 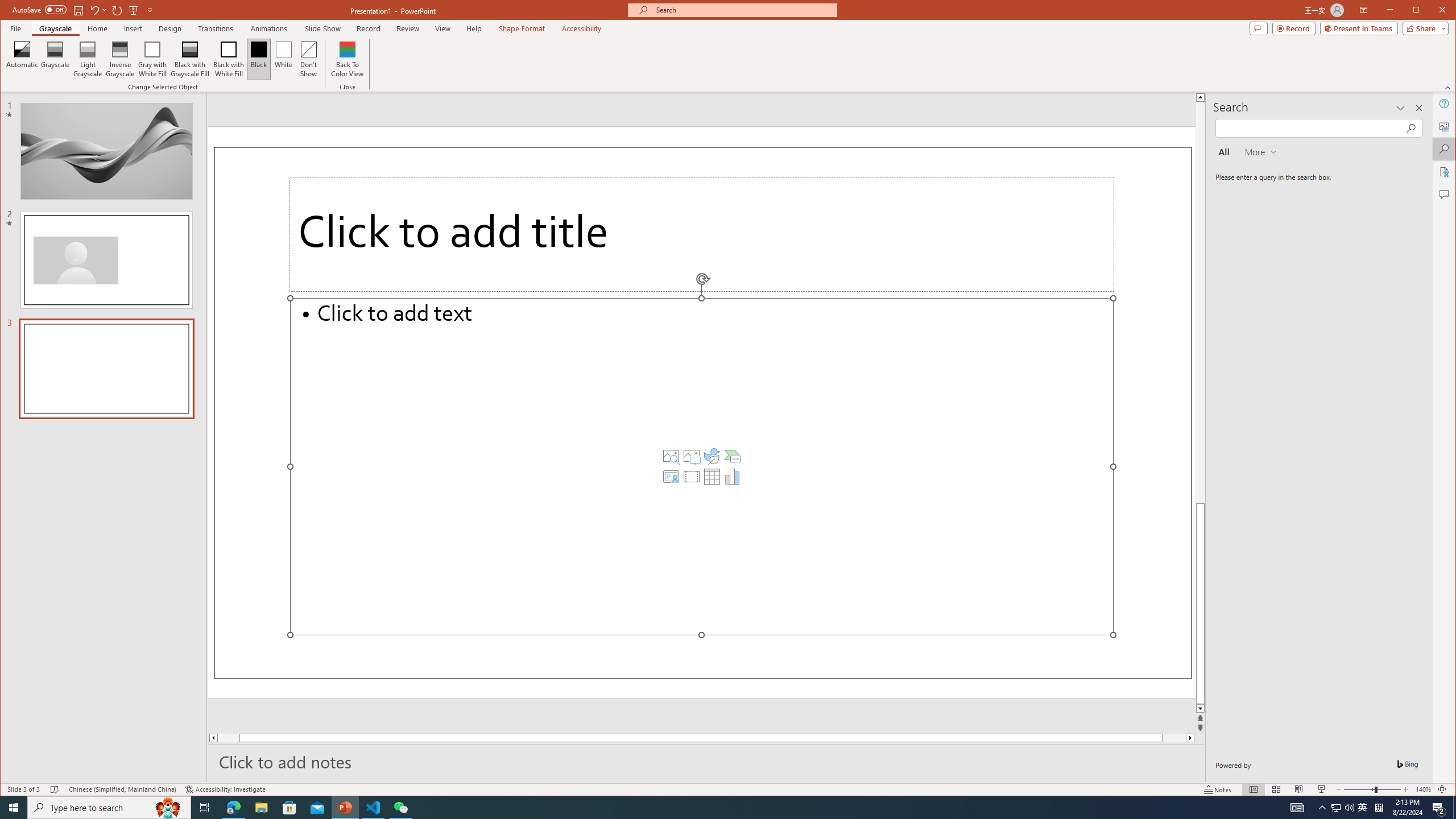 What do you see at coordinates (55, 28) in the screenshot?
I see `'Grayscale'` at bounding box center [55, 28].